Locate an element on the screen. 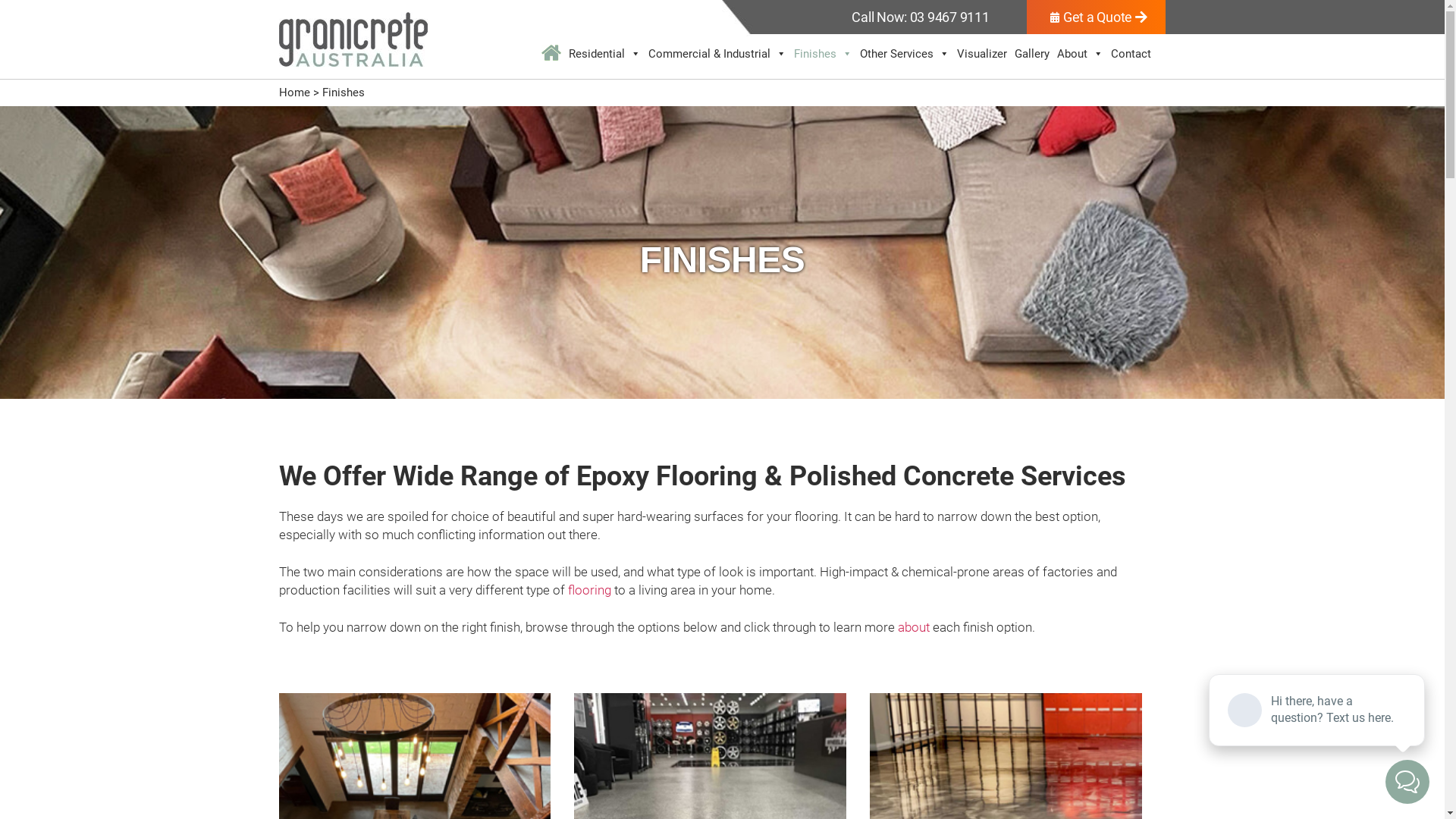 This screenshot has height=819, width=1456. 'Residential' is located at coordinates (604, 52).